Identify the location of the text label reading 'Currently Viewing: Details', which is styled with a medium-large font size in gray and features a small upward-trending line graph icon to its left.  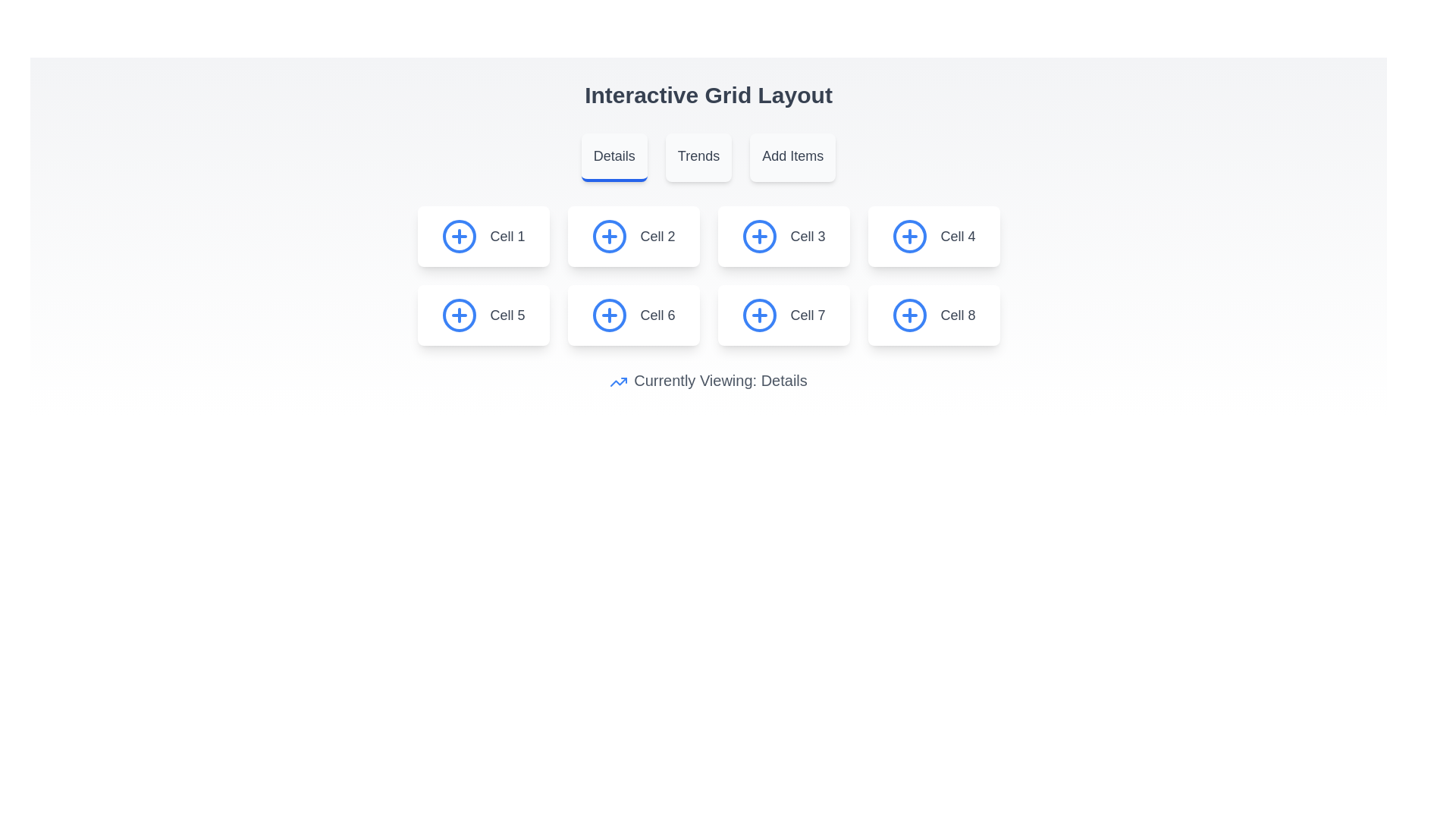
(708, 379).